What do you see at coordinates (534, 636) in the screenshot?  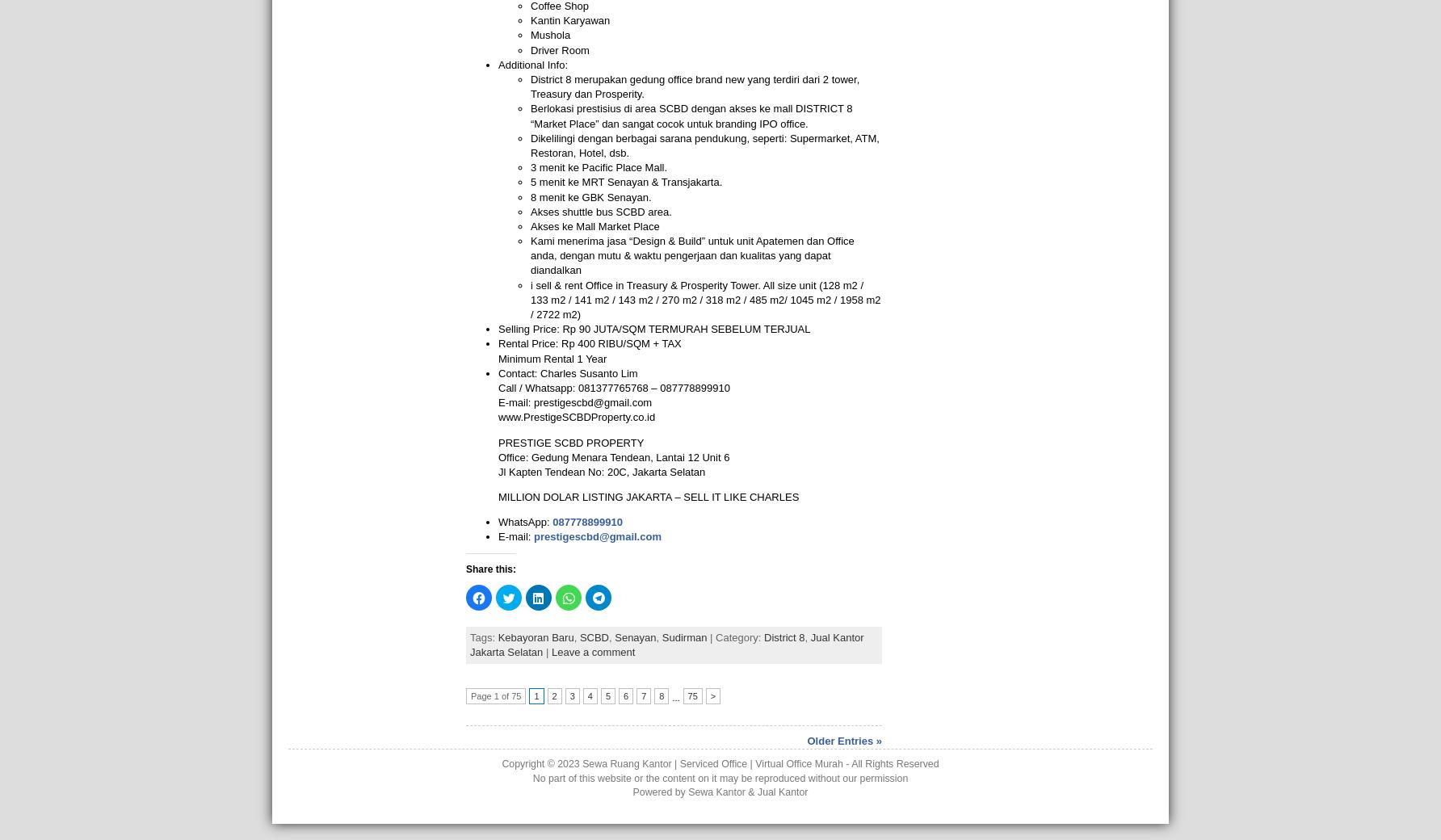 I see `'Kebayoran Baru'` at bounding box center [534, 636].